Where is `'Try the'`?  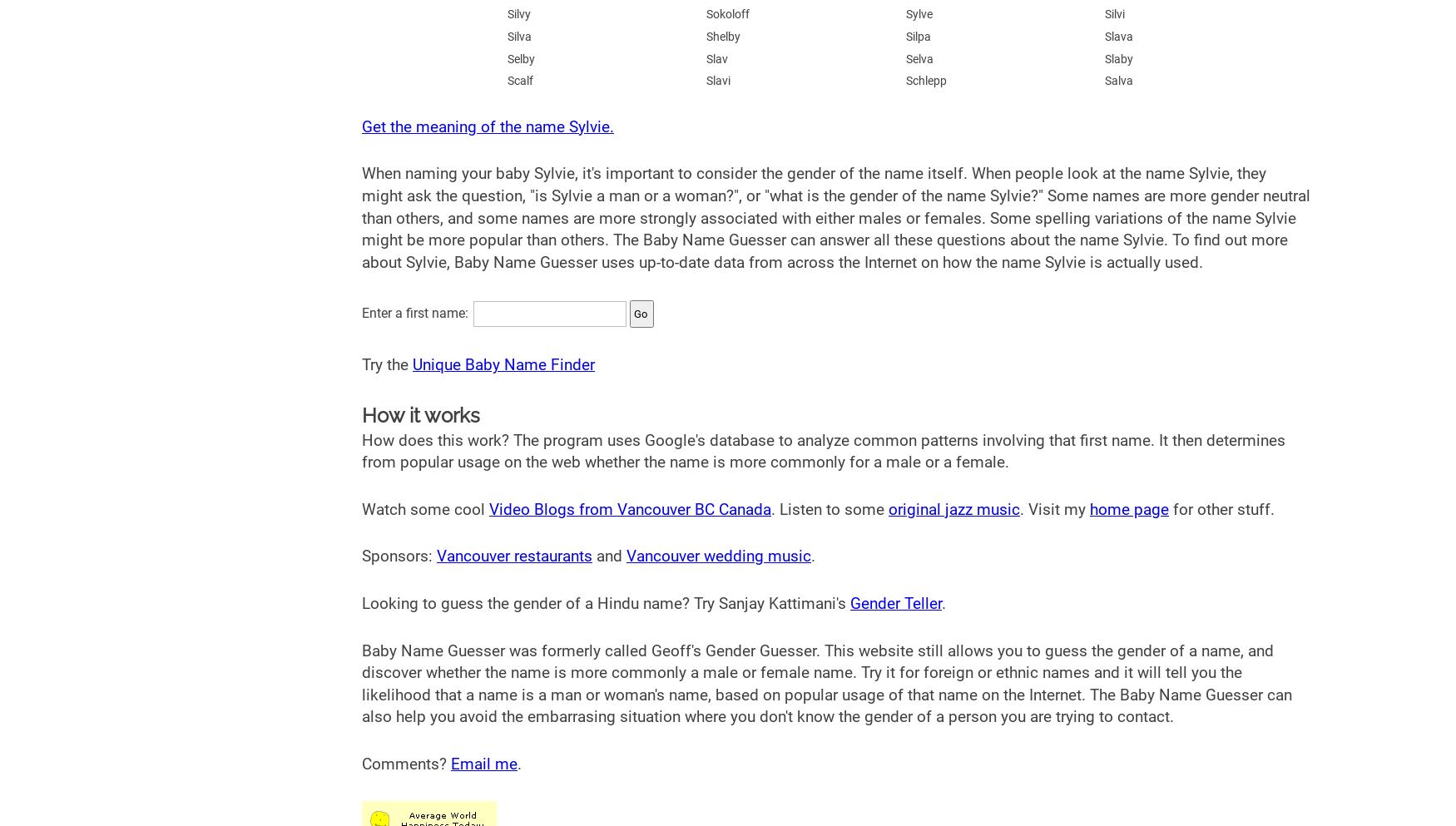
'Try the' is located at coordinates (361, 364).